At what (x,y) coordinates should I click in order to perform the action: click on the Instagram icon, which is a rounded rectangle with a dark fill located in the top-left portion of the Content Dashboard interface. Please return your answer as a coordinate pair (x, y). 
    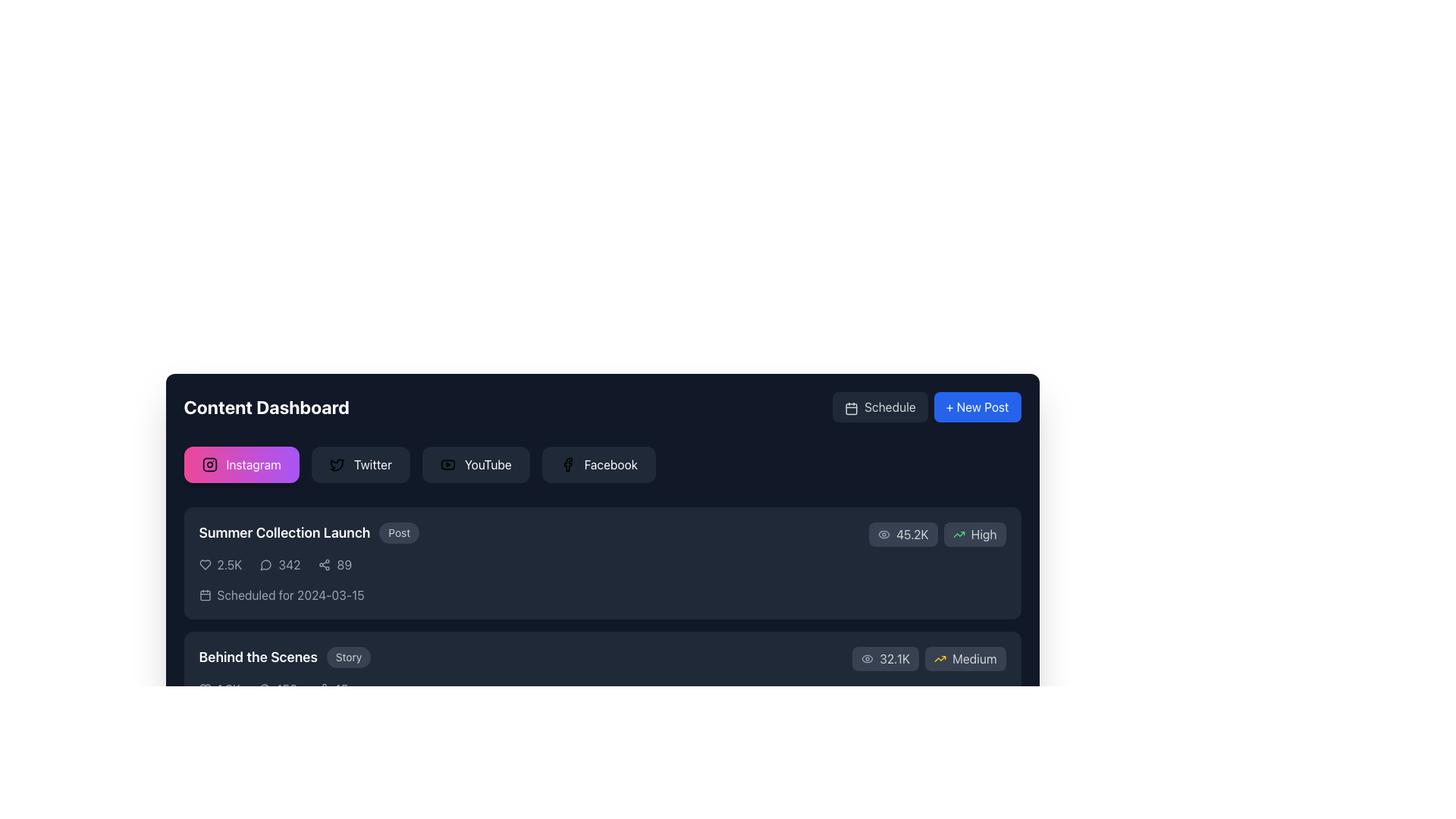
    Looking at the image, I should click on (209, 464).